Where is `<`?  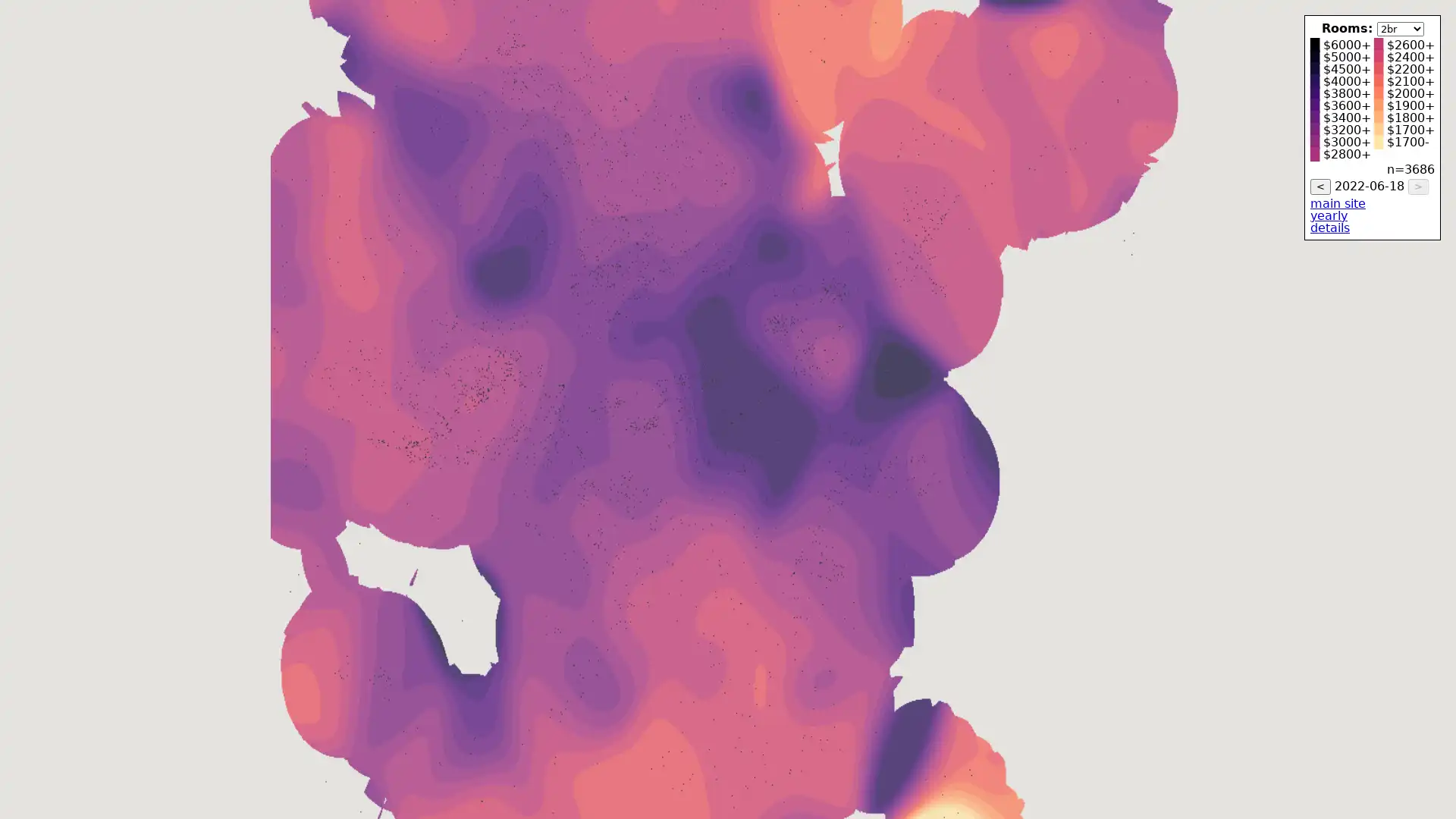 < is located at coordinates (1319, 186).